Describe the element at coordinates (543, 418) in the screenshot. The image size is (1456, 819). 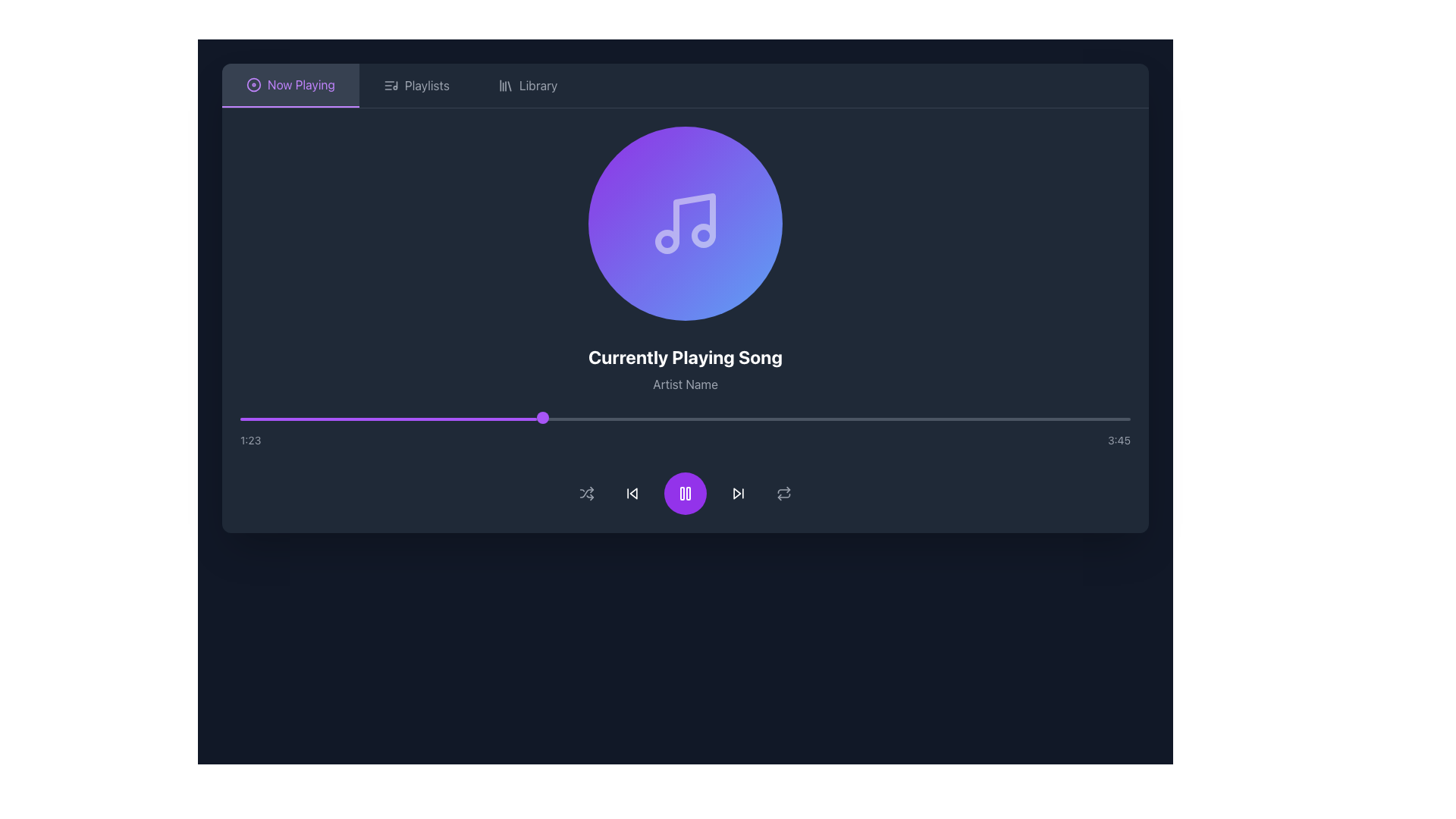
I see `the small circular purple marker located above the progress bar at the one-third mark` at that location.